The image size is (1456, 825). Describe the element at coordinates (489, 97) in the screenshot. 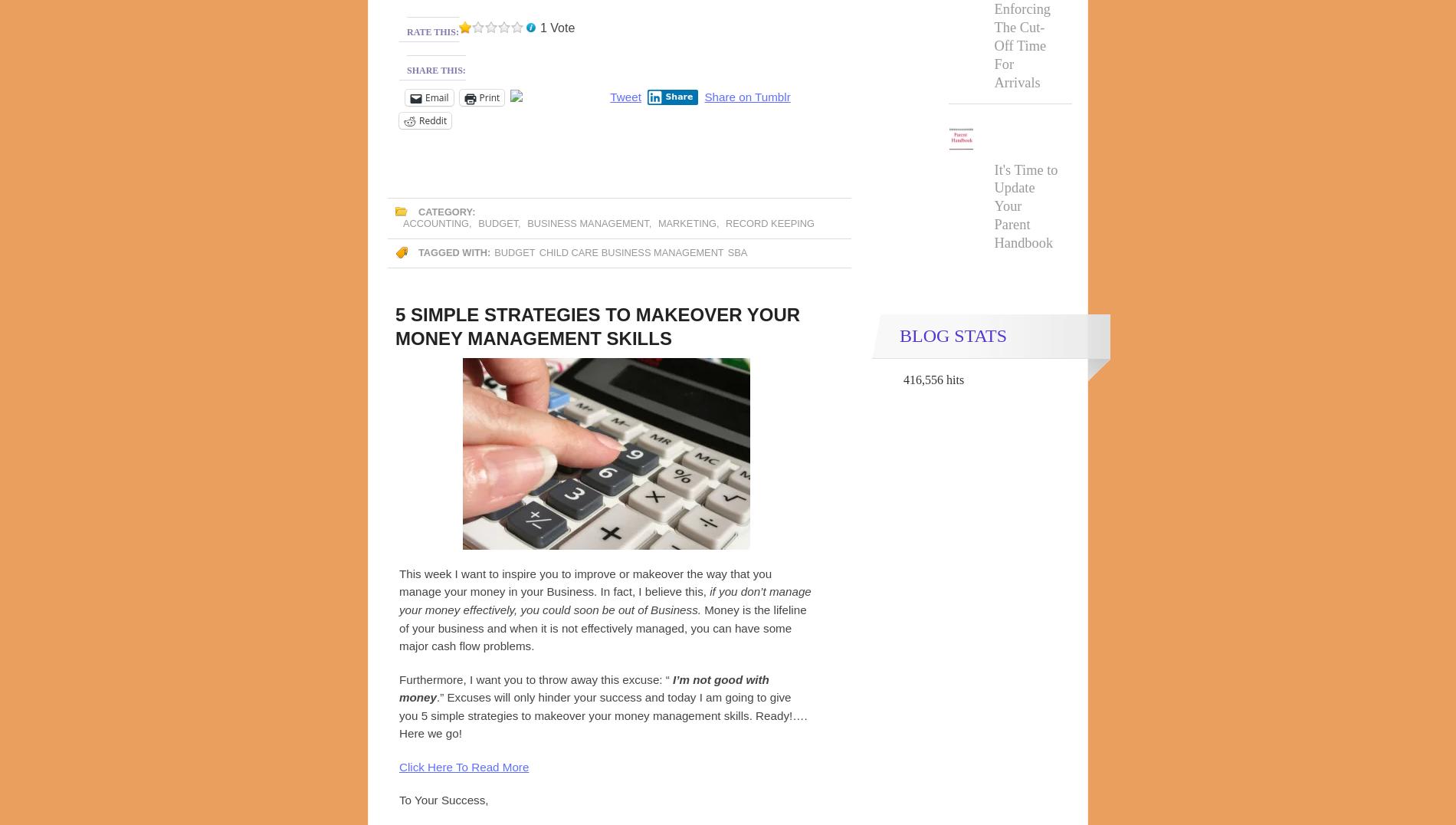

I see `'Print'` at that location.